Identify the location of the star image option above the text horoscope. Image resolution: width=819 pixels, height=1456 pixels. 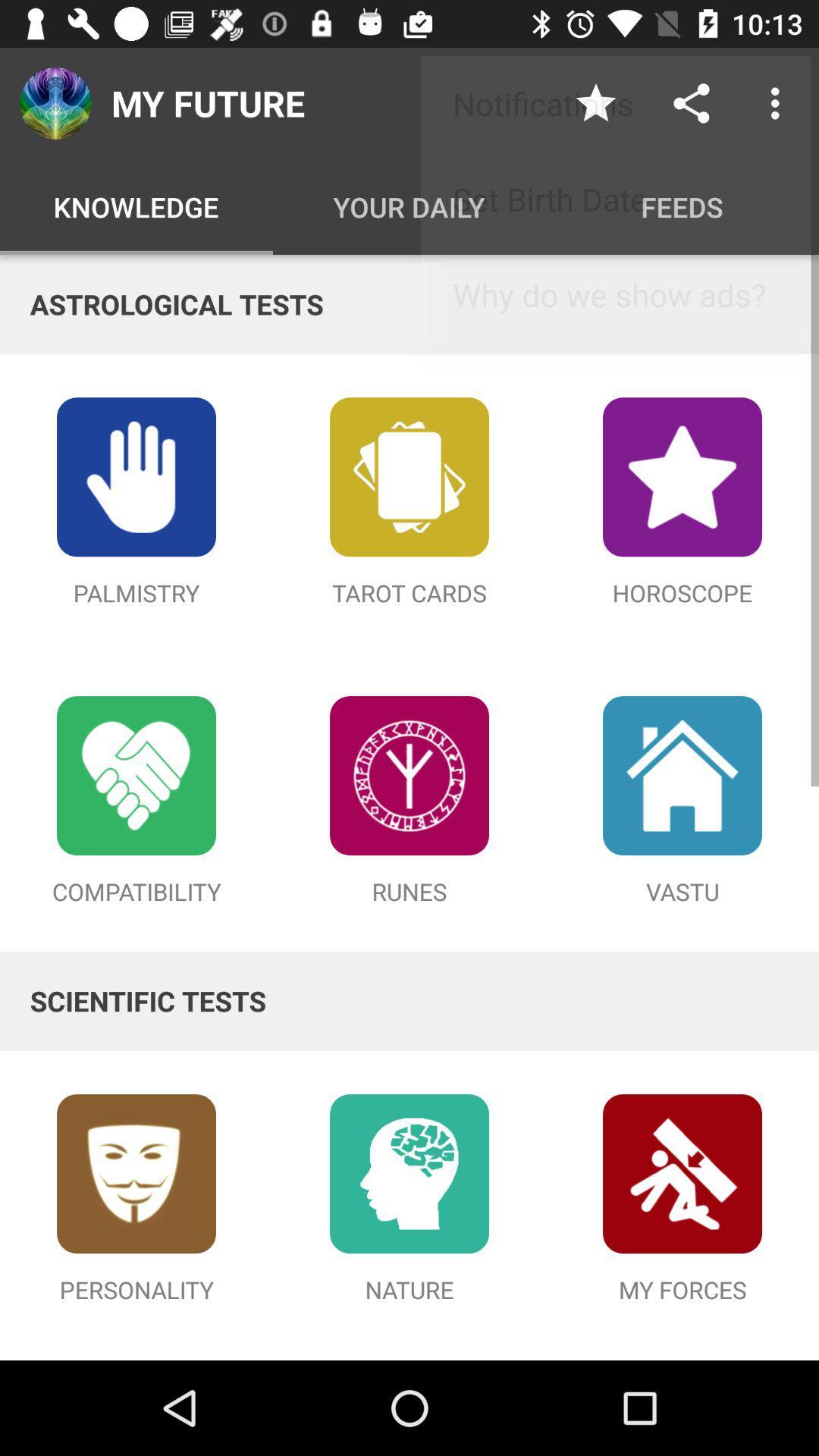
(681, 475).